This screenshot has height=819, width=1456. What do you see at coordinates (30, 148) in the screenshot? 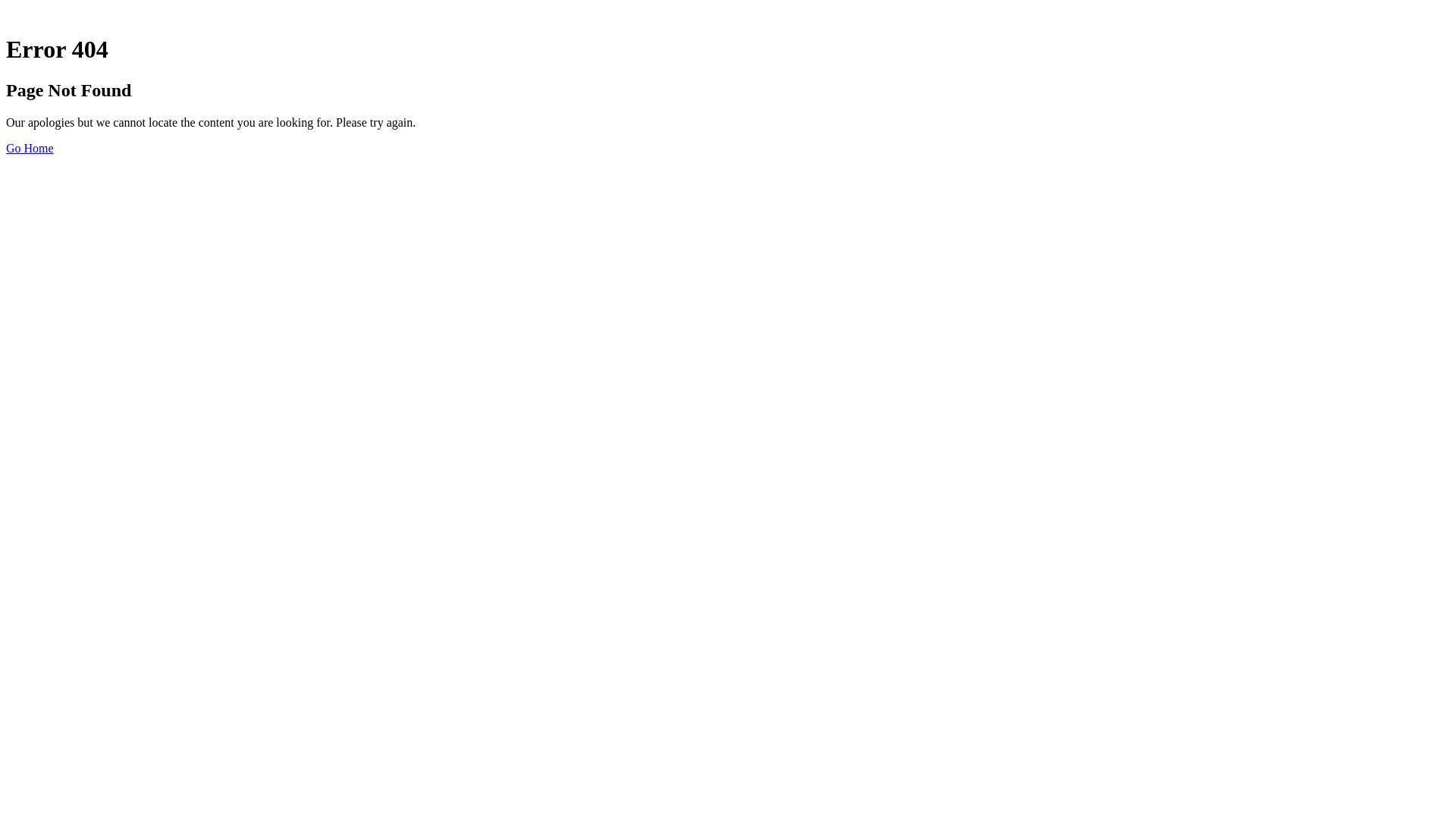
I see `'Go Home'` at bounding box center [30, 148].